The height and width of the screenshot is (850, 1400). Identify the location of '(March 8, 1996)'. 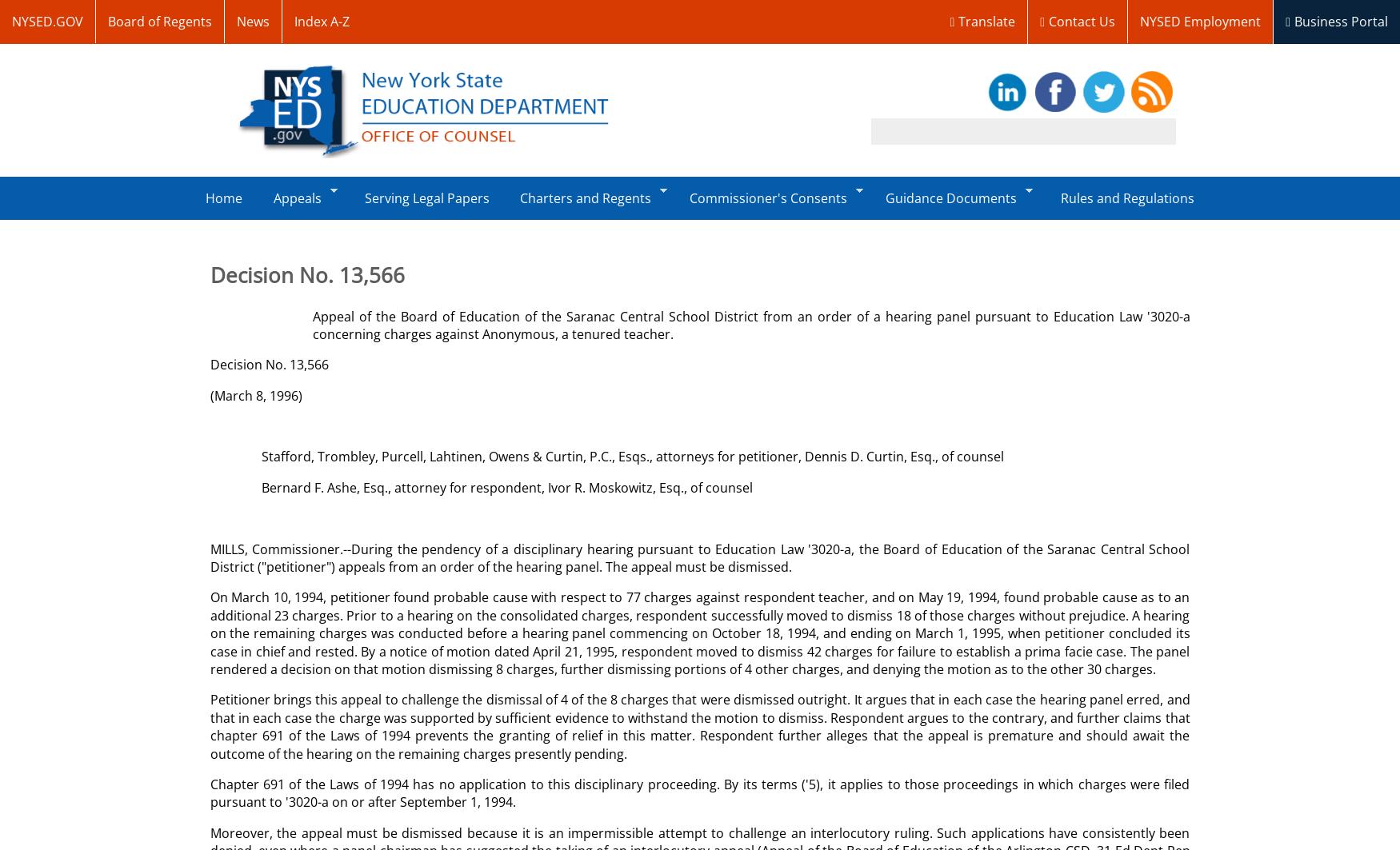
(255, 394).